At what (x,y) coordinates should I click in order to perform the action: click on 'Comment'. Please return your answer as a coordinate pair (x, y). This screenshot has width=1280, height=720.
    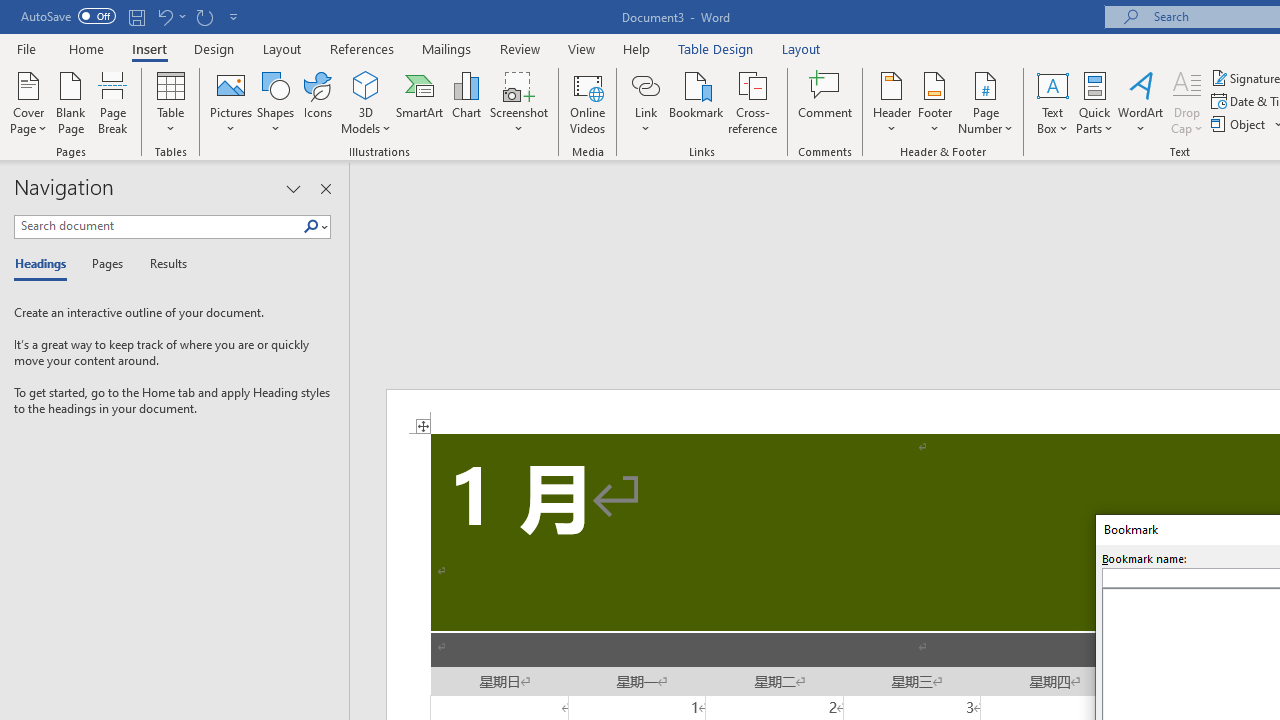
    Looking at the image, I should click on (825, 103).